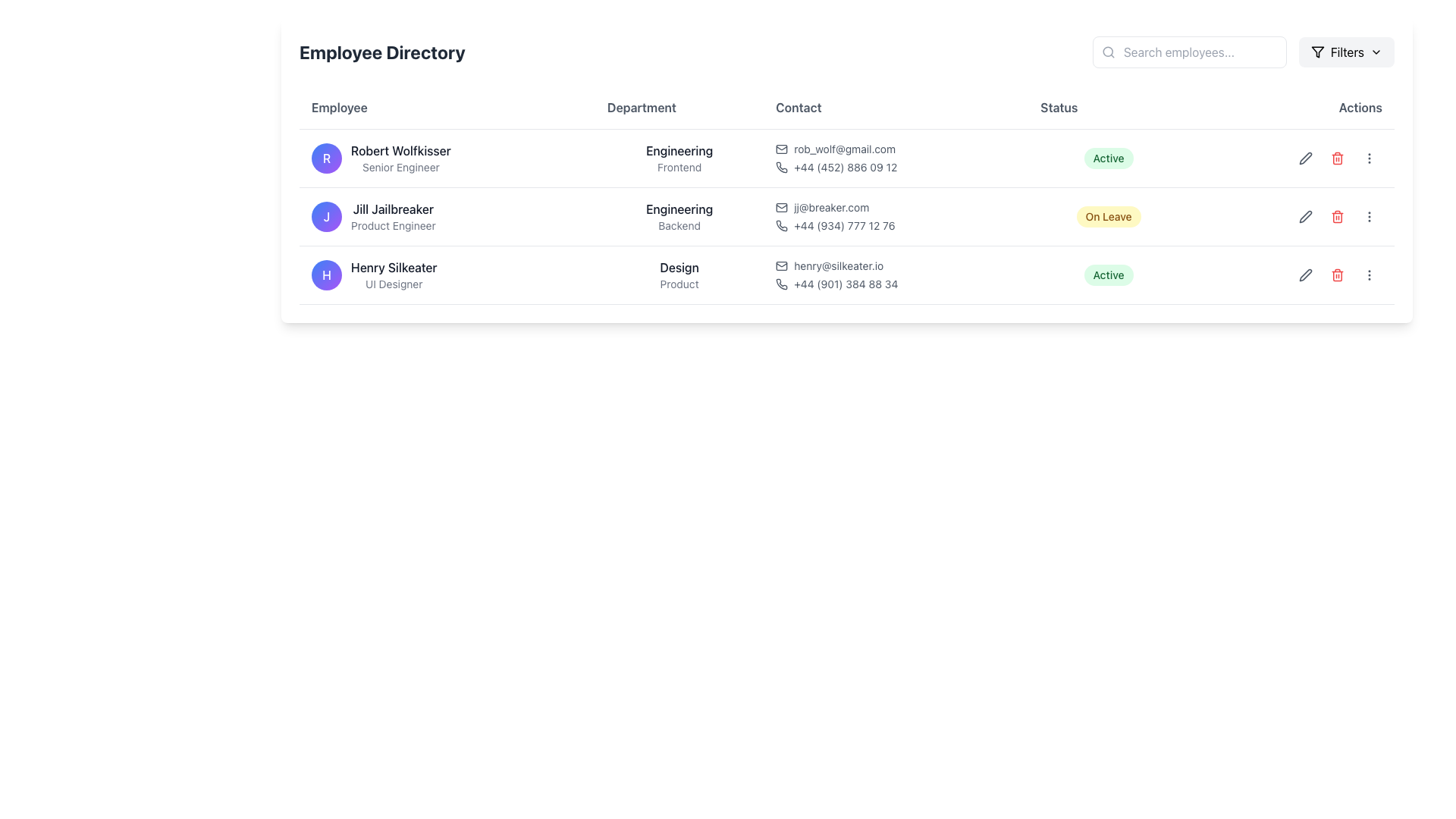 Image resolution: width=1456 pixels, height=819 pixels. I want to click on the static text element indicating the 'Design' department in the employee directory table, located in the third row adjacent to 'Henry Silkeater', so click(679, 275).